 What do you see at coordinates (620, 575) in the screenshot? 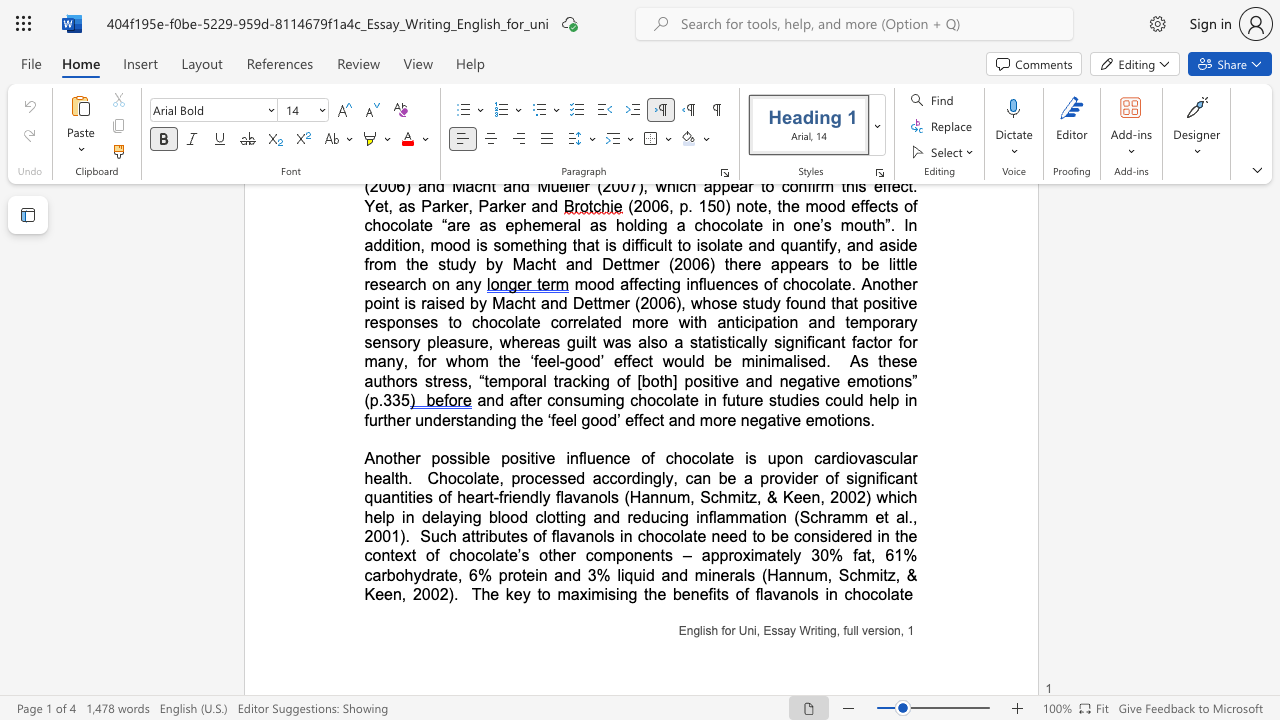
I see `the subset text "iquid and min" within the text "Such attributes of flavanols in chocolate need to be considered in the context of chocolate’s other components – approximately 30% fat, 61% carbohydrate, 6% protein and 3% liquid and minerals (Hannum, Sch"` at bounding box center [620, 575].